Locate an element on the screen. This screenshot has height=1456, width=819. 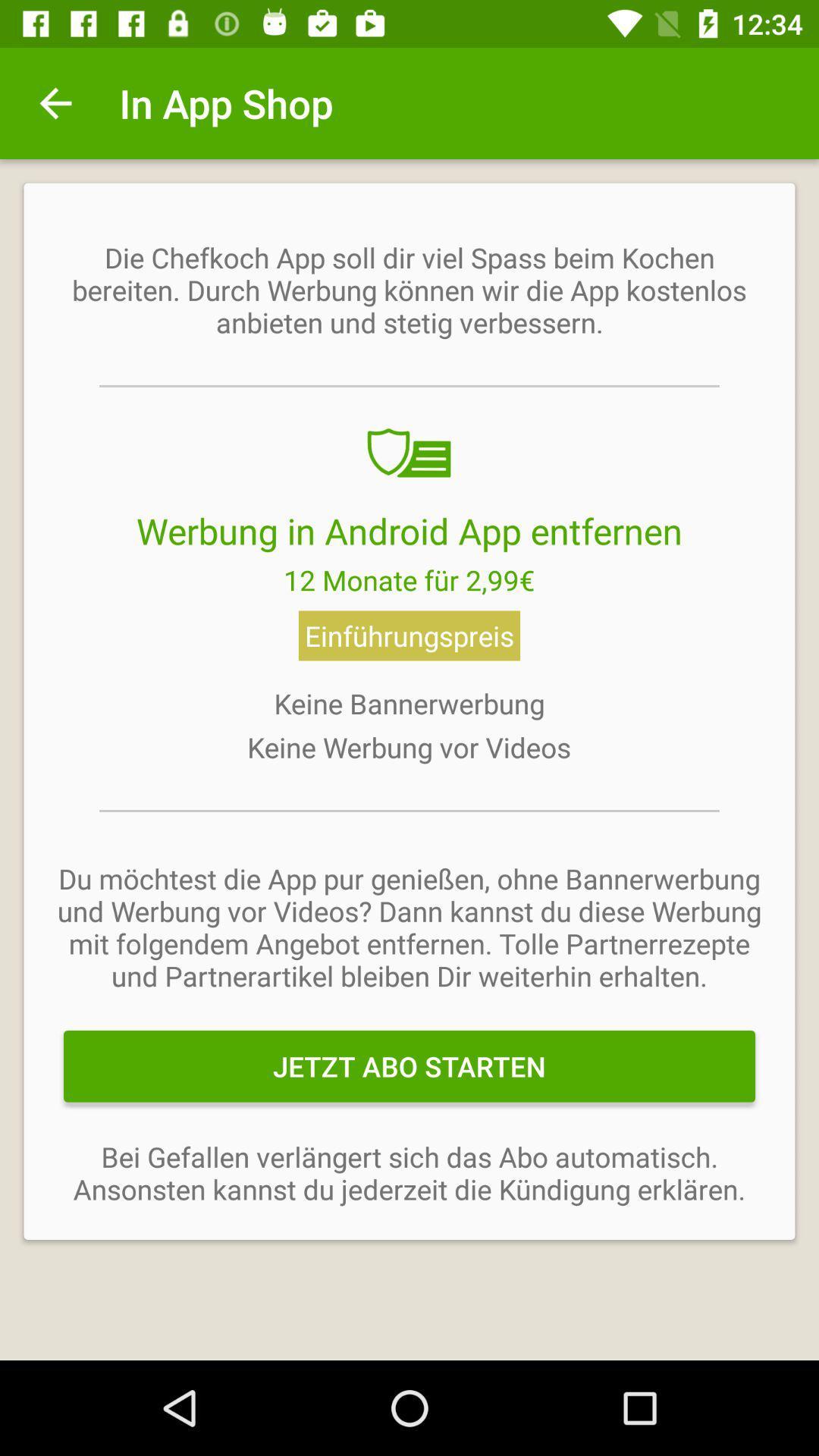
jetzt abo starten is located at coordinates (409, 1065).